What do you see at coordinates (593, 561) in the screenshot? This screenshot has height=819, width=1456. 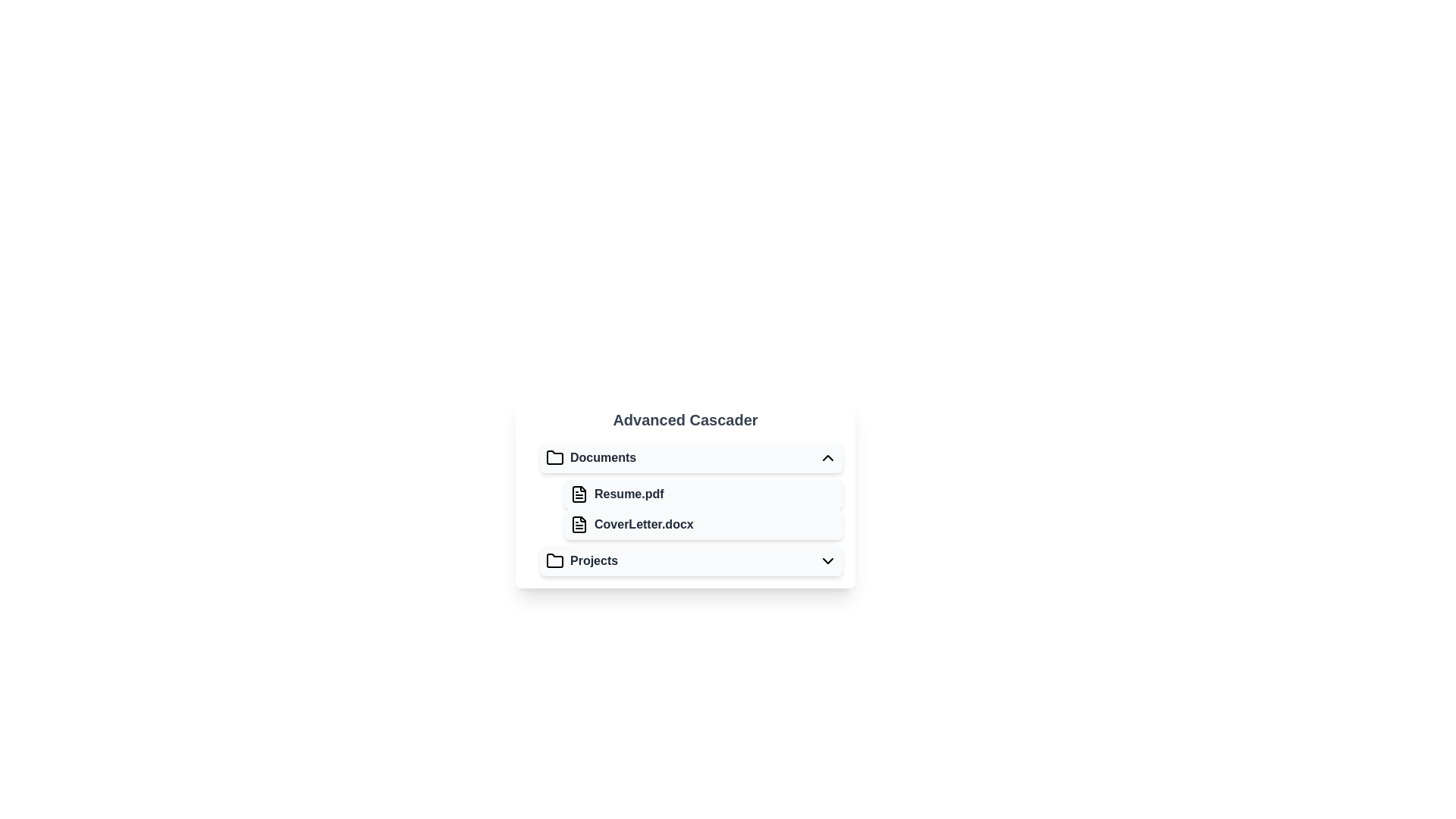 I see `the 'Projects' text label styled with bold dark gray font` at bounding box center [593, 561].